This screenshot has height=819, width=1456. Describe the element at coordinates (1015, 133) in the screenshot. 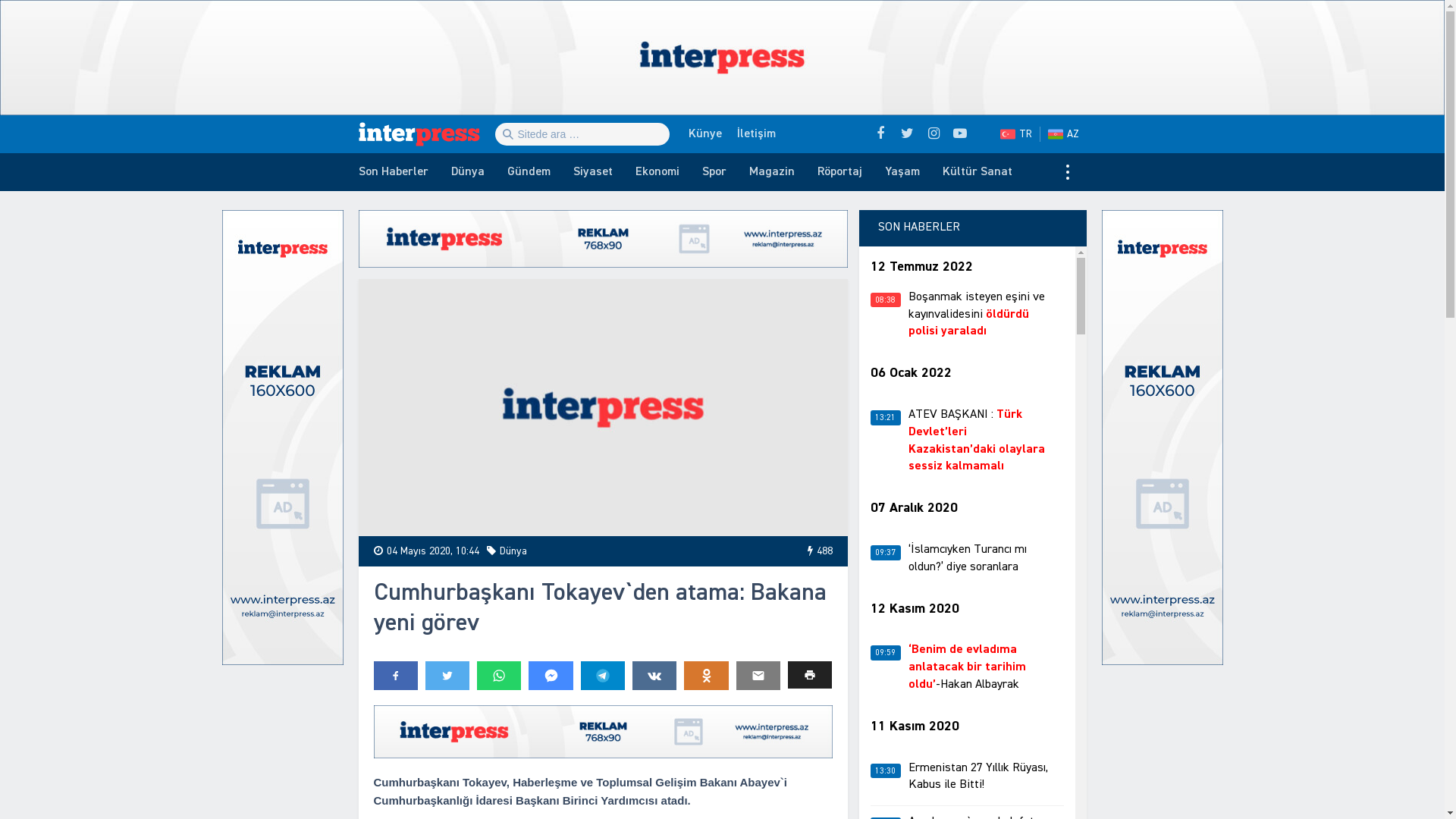

I see `'TR'` at that location.